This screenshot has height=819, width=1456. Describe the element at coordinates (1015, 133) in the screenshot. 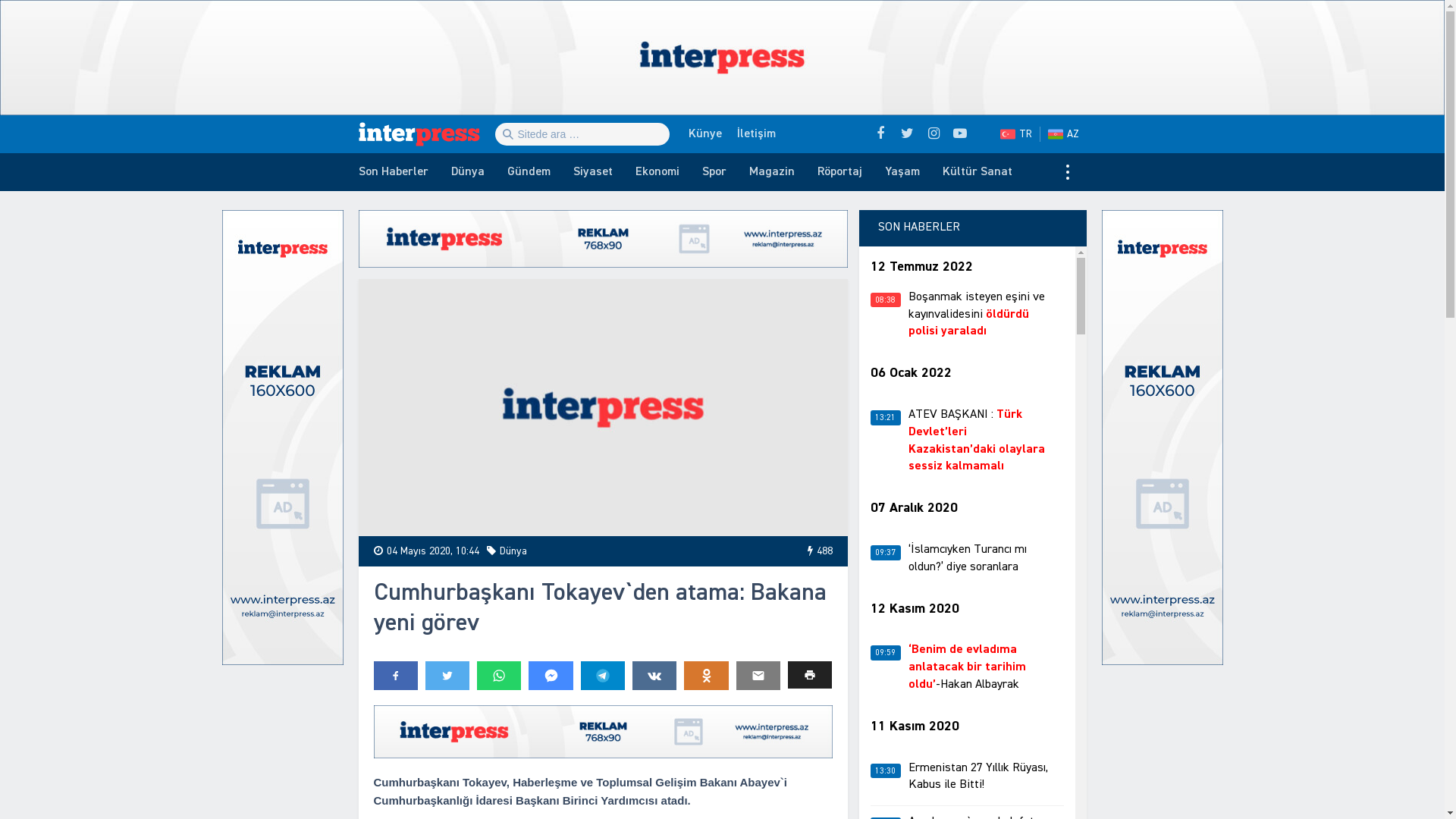

I see `'TR'` at that location.